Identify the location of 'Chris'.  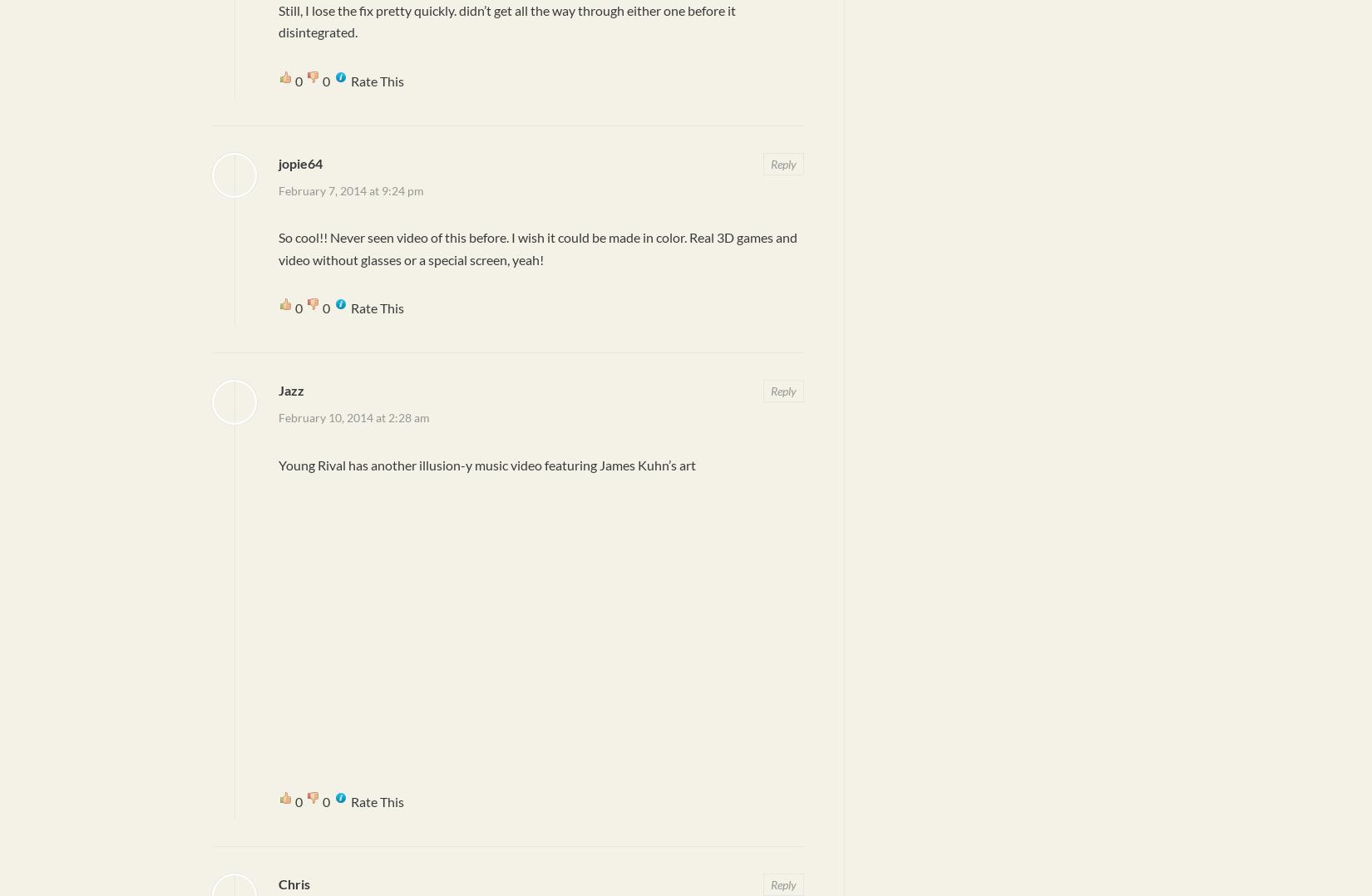
(278, 883).